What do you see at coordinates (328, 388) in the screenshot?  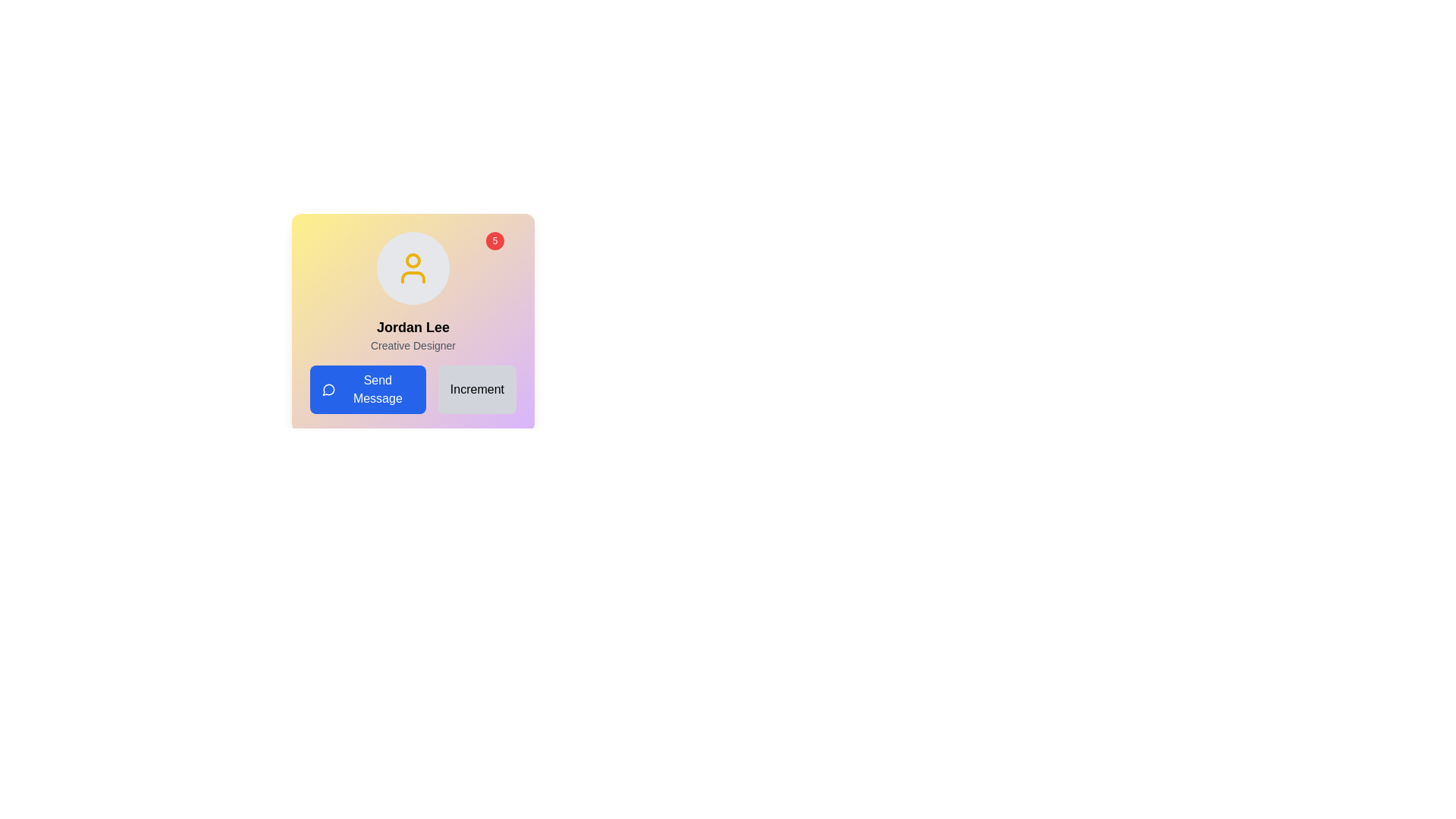 I see `the decorative icon within the 'Send Message' button, which is positioned on the left side of the button` at bounding box center [328, 388].